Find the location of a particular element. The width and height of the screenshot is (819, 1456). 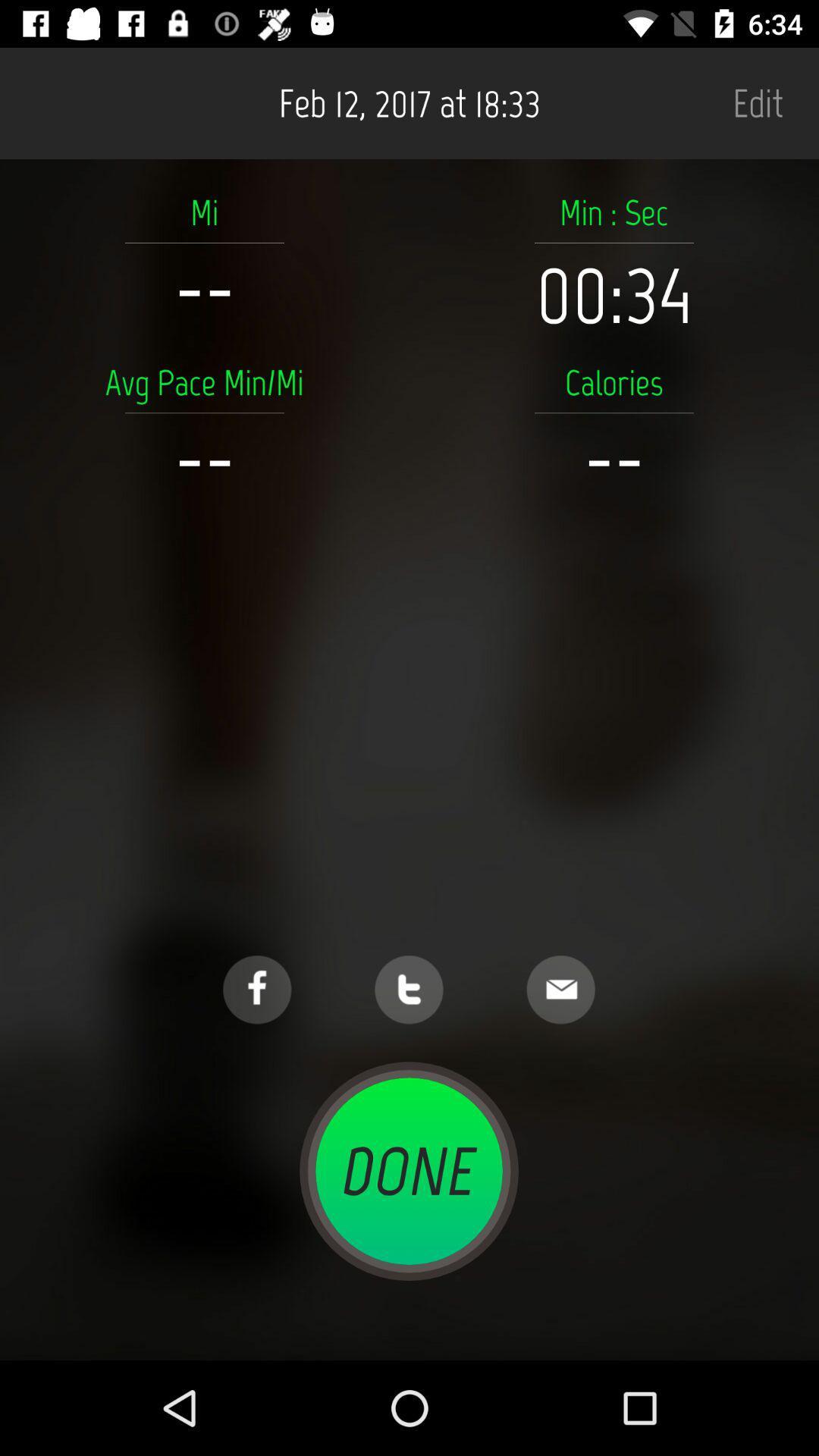

the facebook icon is located at coordinates (256, 990).